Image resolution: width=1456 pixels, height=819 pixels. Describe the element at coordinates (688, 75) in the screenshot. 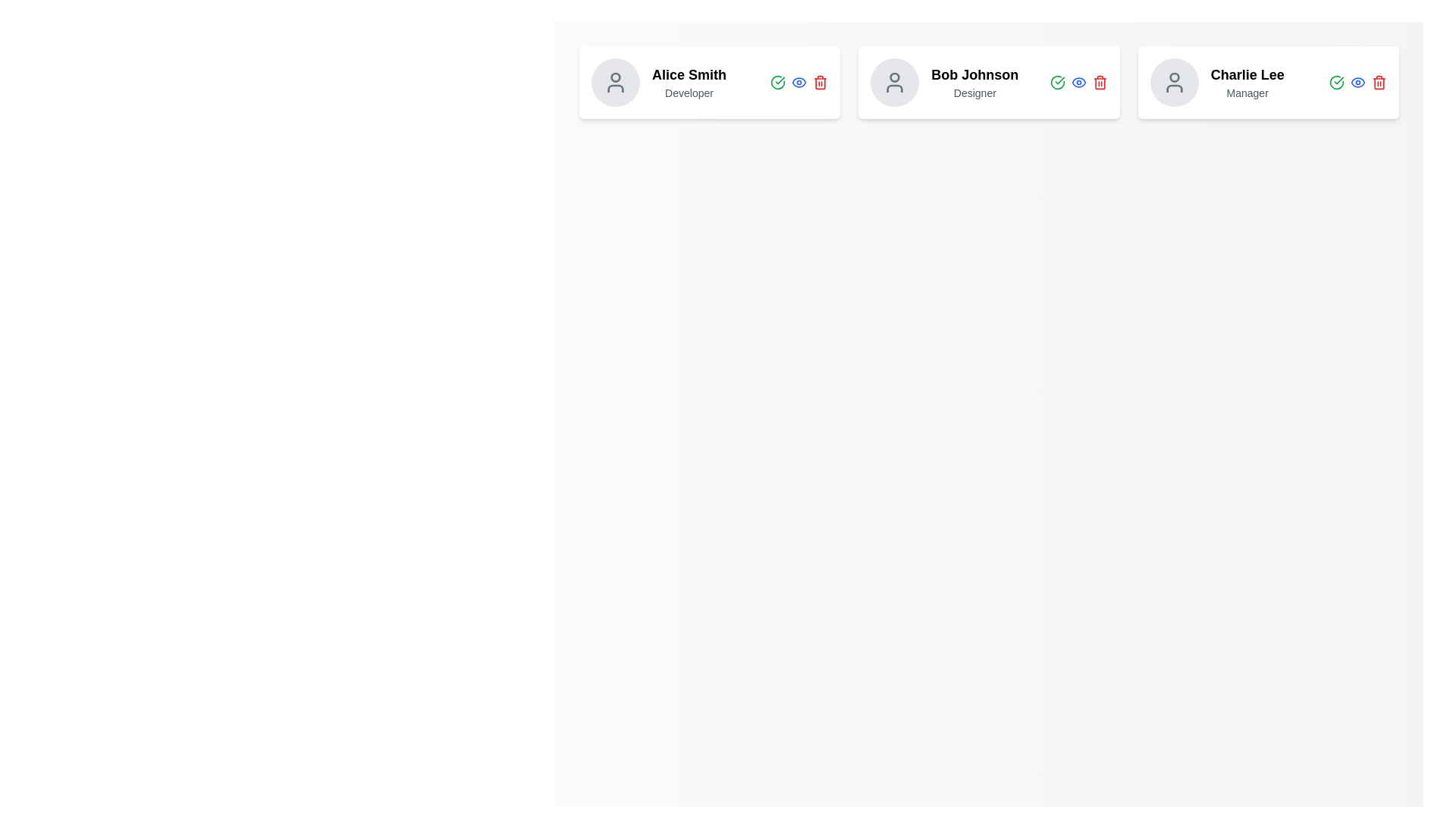

I see `the text label displaying 'Alice Smith', which is in a bold, large font and located near the top-left corner of the first card` at that location.